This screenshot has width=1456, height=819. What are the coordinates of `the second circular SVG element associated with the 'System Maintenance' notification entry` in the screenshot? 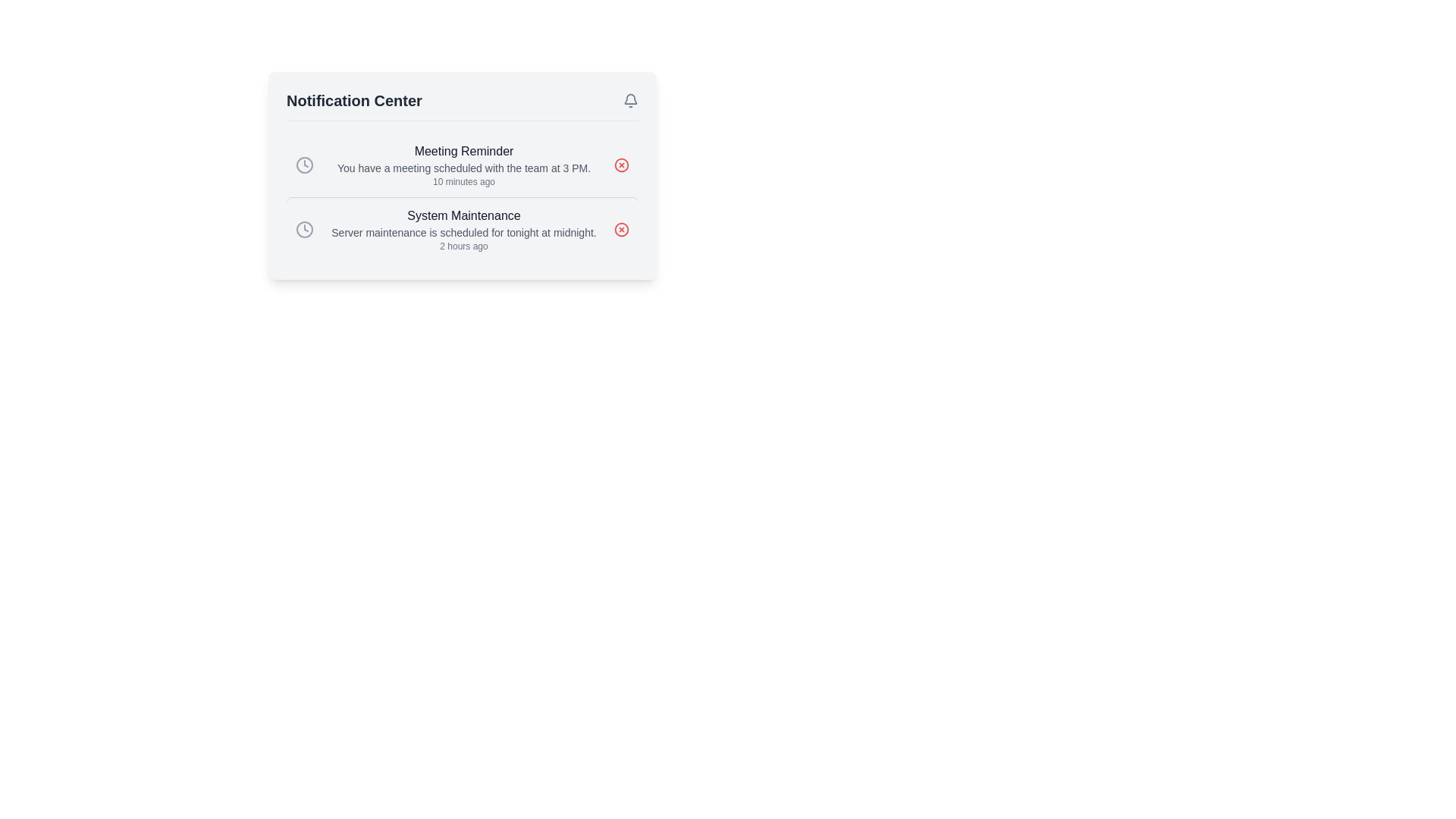 It's located at (622, 230).